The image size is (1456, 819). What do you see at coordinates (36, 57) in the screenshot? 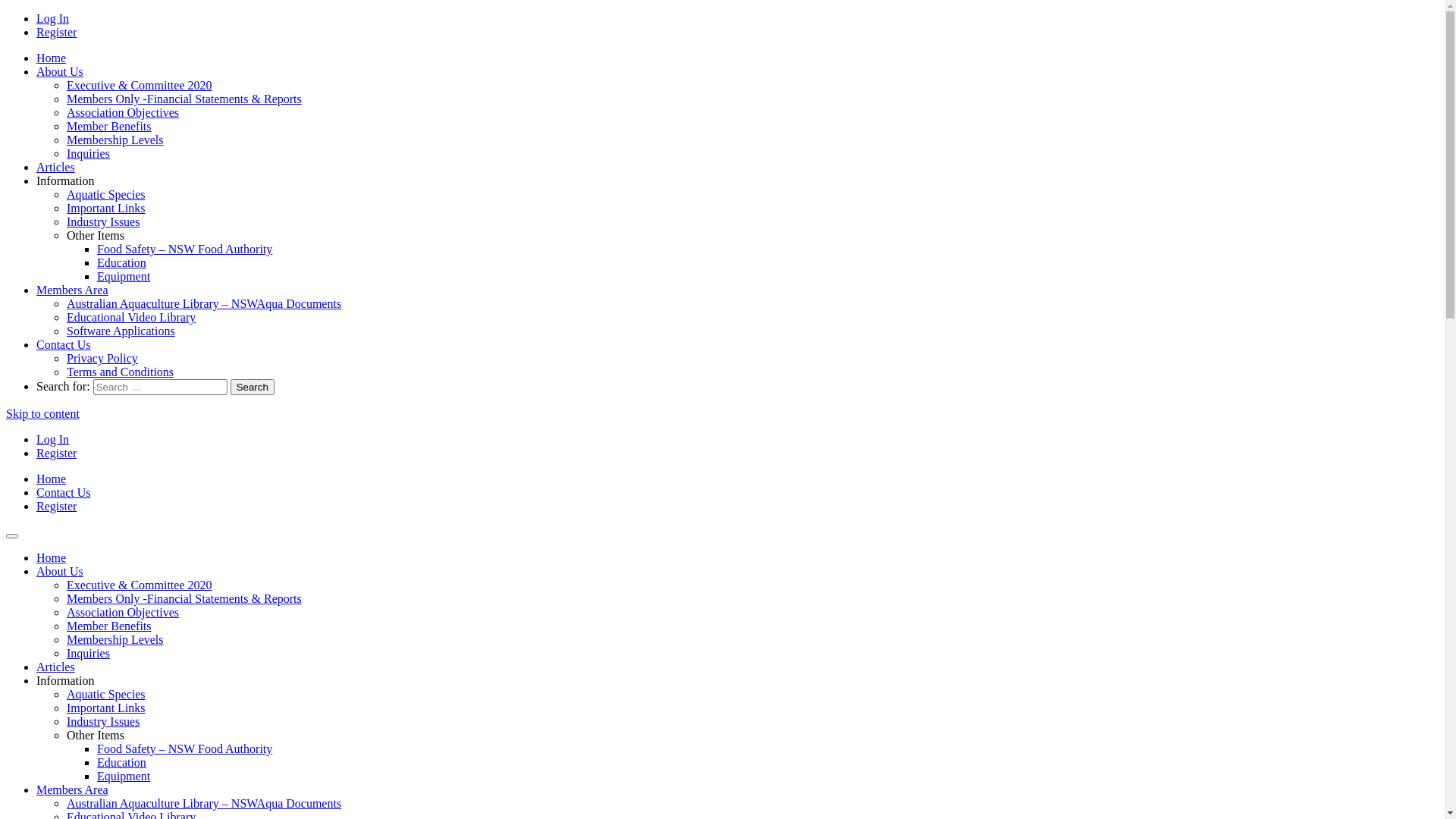
I see `'Home'` at bounding box center [36, 57].